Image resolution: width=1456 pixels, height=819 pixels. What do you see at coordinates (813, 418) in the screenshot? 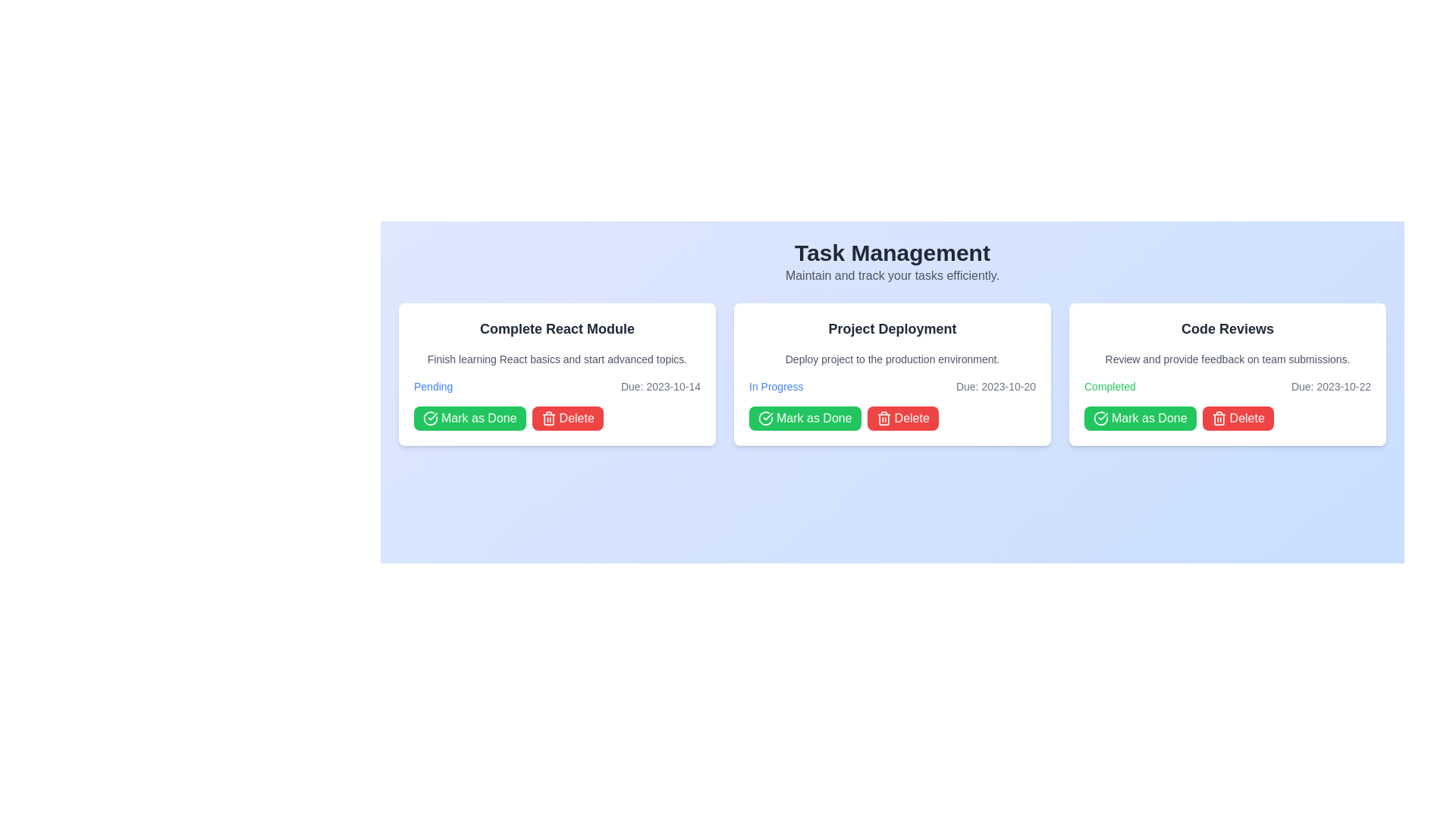
I see `the text label that indicates 'Mark as Done' in the middle card titled 'Project Deployment'` at bounding box center [813, 418].